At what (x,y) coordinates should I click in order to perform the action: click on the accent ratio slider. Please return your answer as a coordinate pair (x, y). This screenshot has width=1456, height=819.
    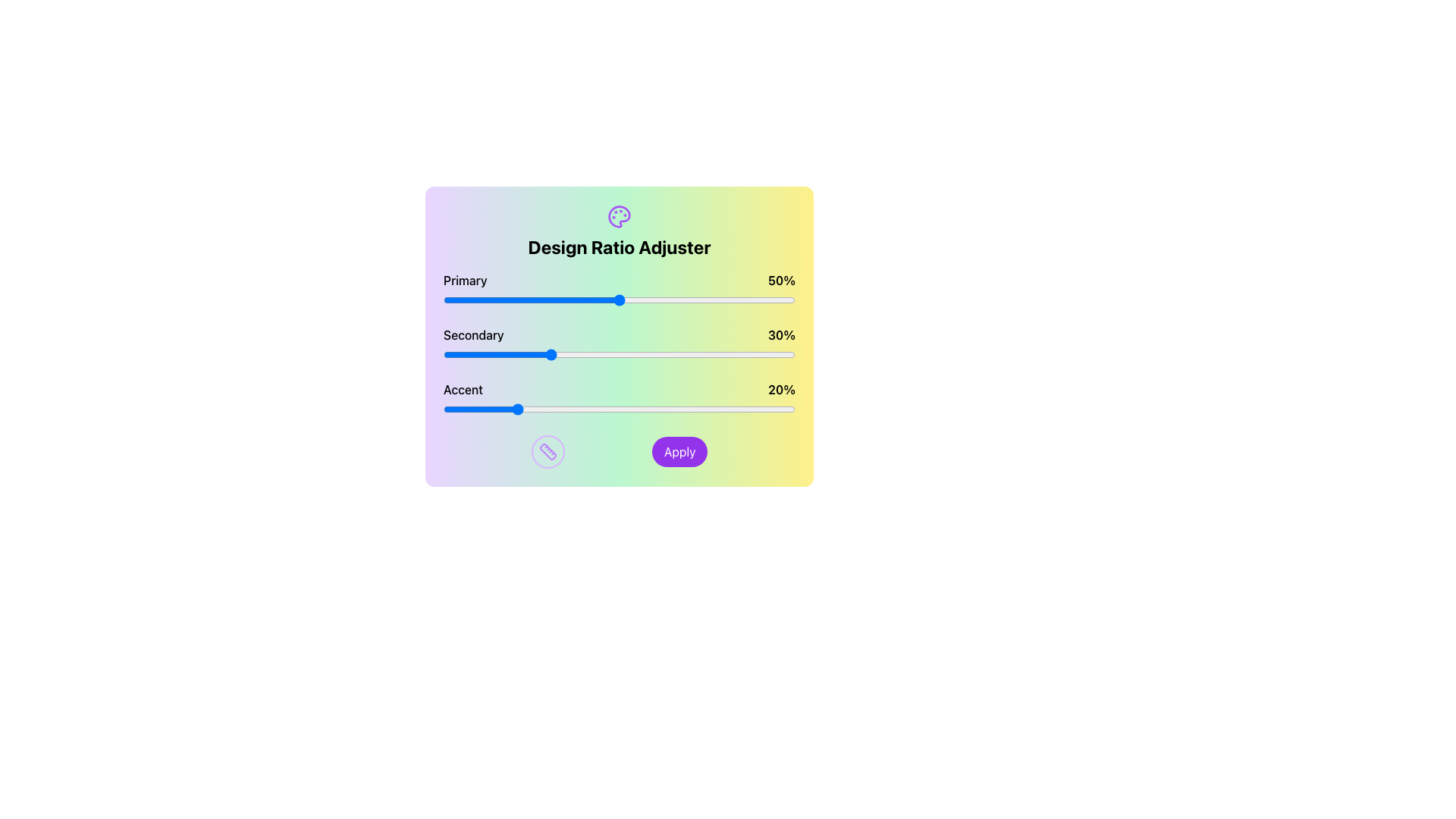
    Looking at the image, I should click on (474, 409).